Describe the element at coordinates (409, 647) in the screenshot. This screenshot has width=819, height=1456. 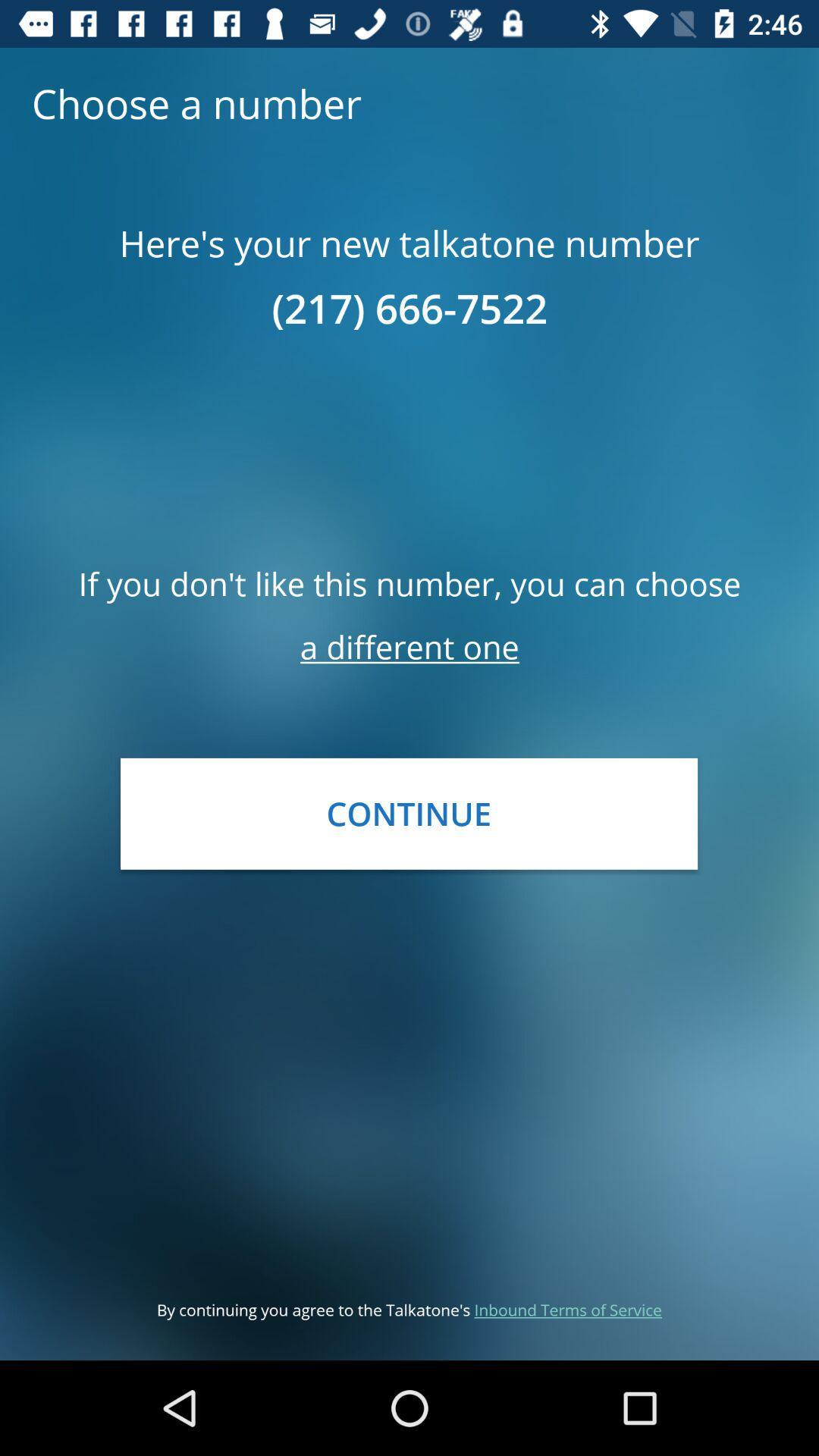
I see `the a different one item` at that location.